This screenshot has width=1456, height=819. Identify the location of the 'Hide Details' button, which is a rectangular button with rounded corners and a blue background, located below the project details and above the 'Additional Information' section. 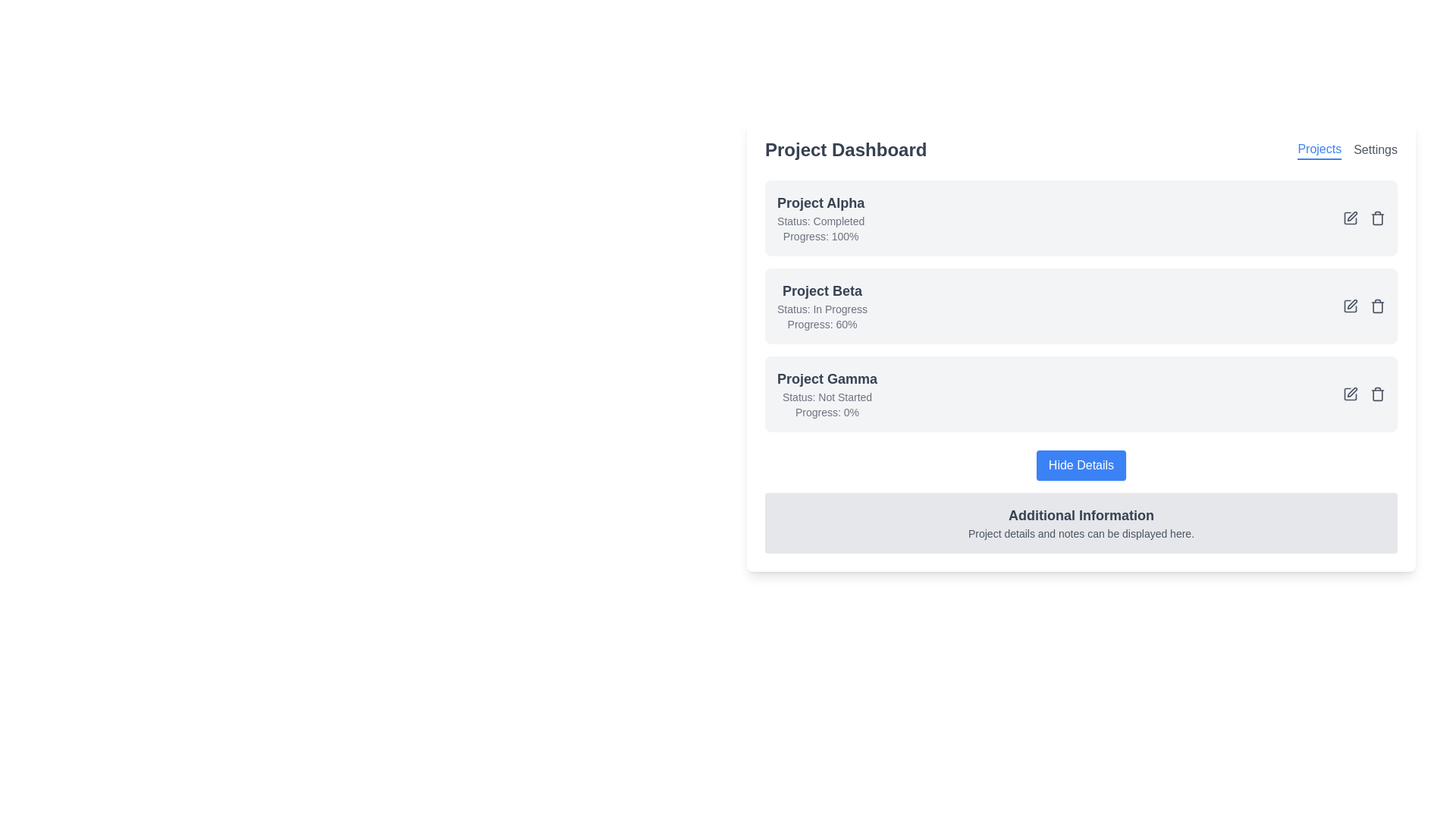
(1080, 464).